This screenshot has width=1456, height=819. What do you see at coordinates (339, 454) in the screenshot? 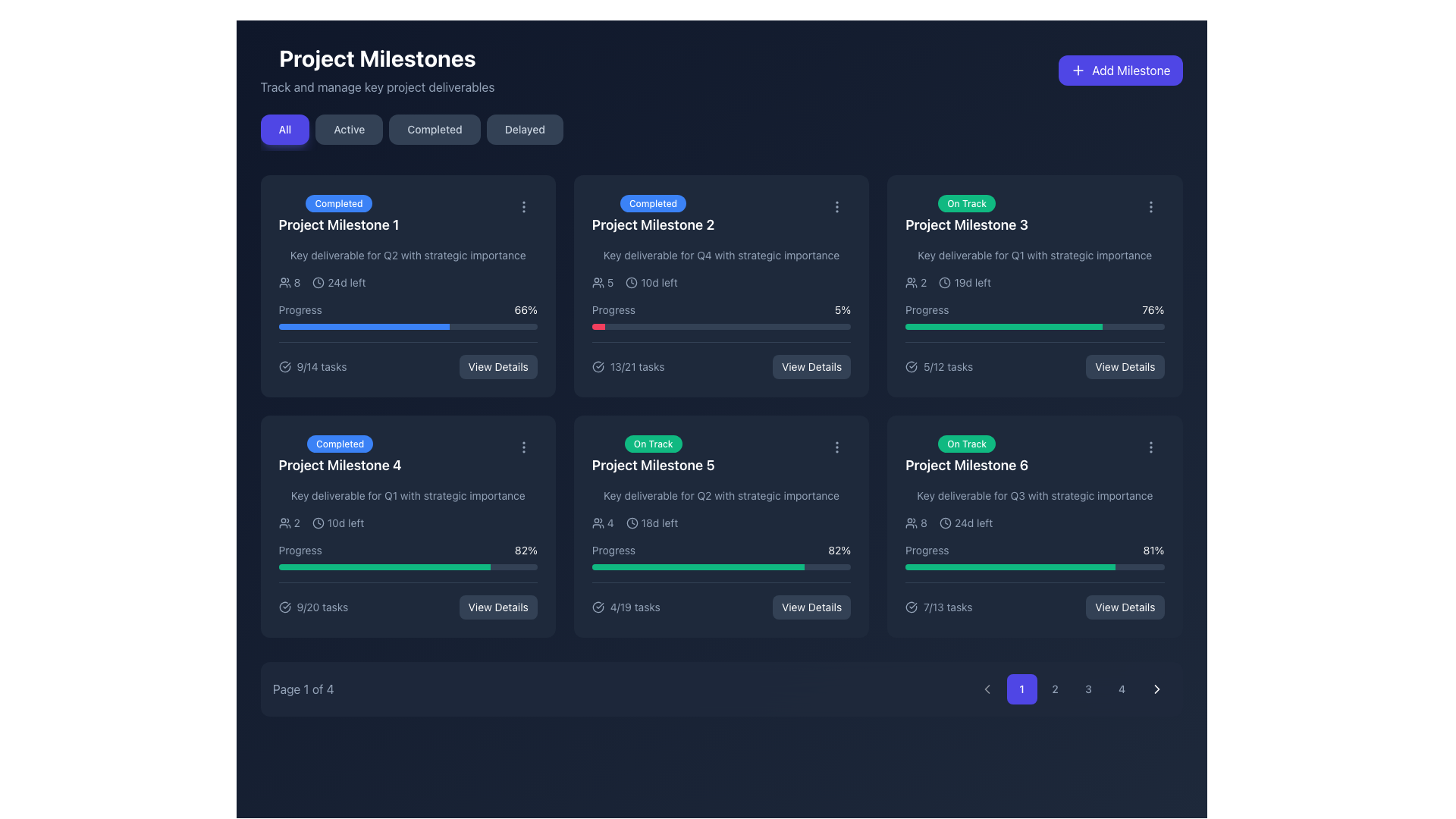
I see `the blue, rounded rectangle button labeled 'Completed' which is directly above the title 'Project Milestone 4'` at bounding box center [339, 454].